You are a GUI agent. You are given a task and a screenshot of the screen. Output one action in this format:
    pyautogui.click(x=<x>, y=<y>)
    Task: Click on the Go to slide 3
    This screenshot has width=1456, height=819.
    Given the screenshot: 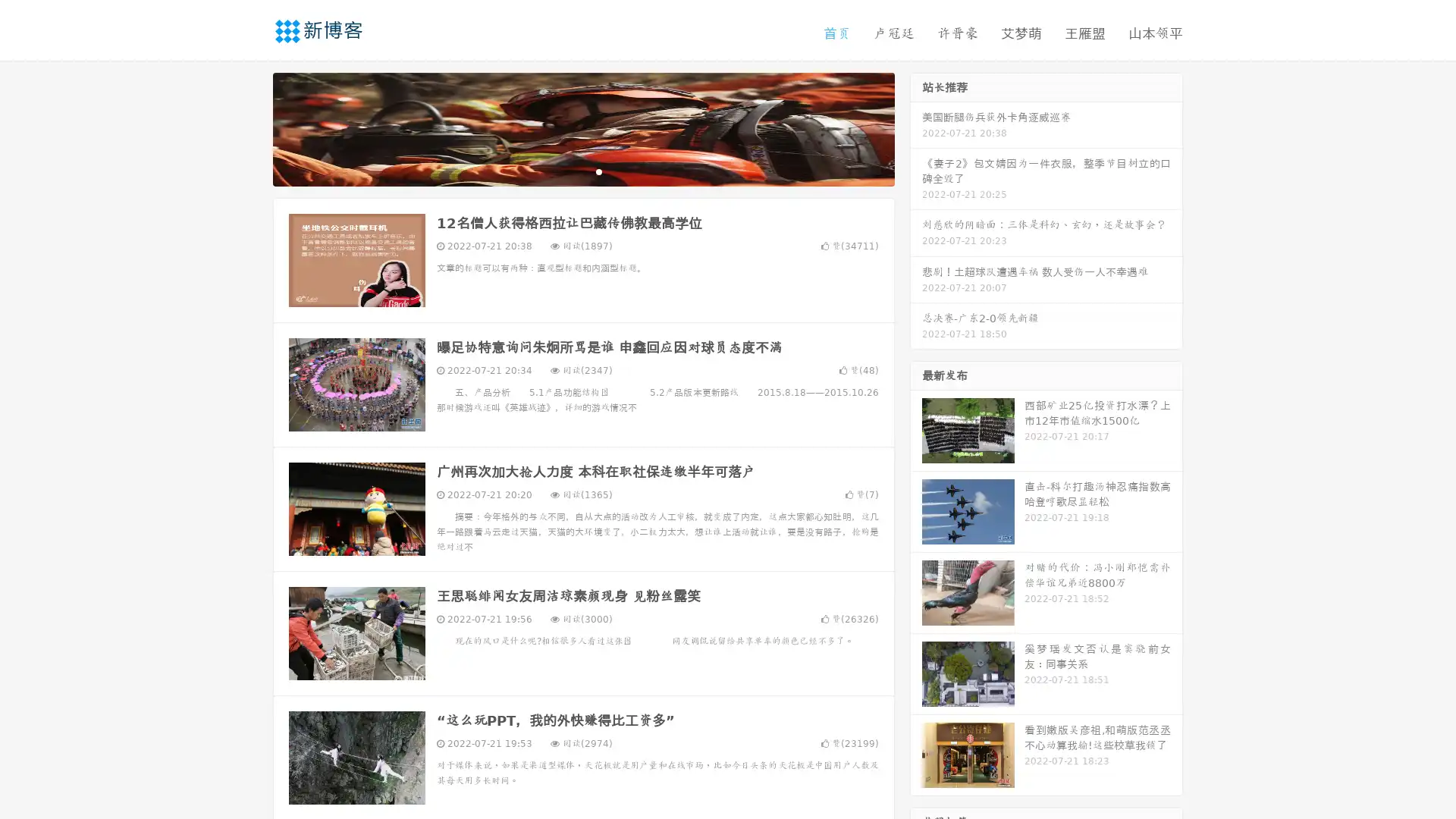 What is the action you would take?
    pyautogui.click(x=598, y=171)
    